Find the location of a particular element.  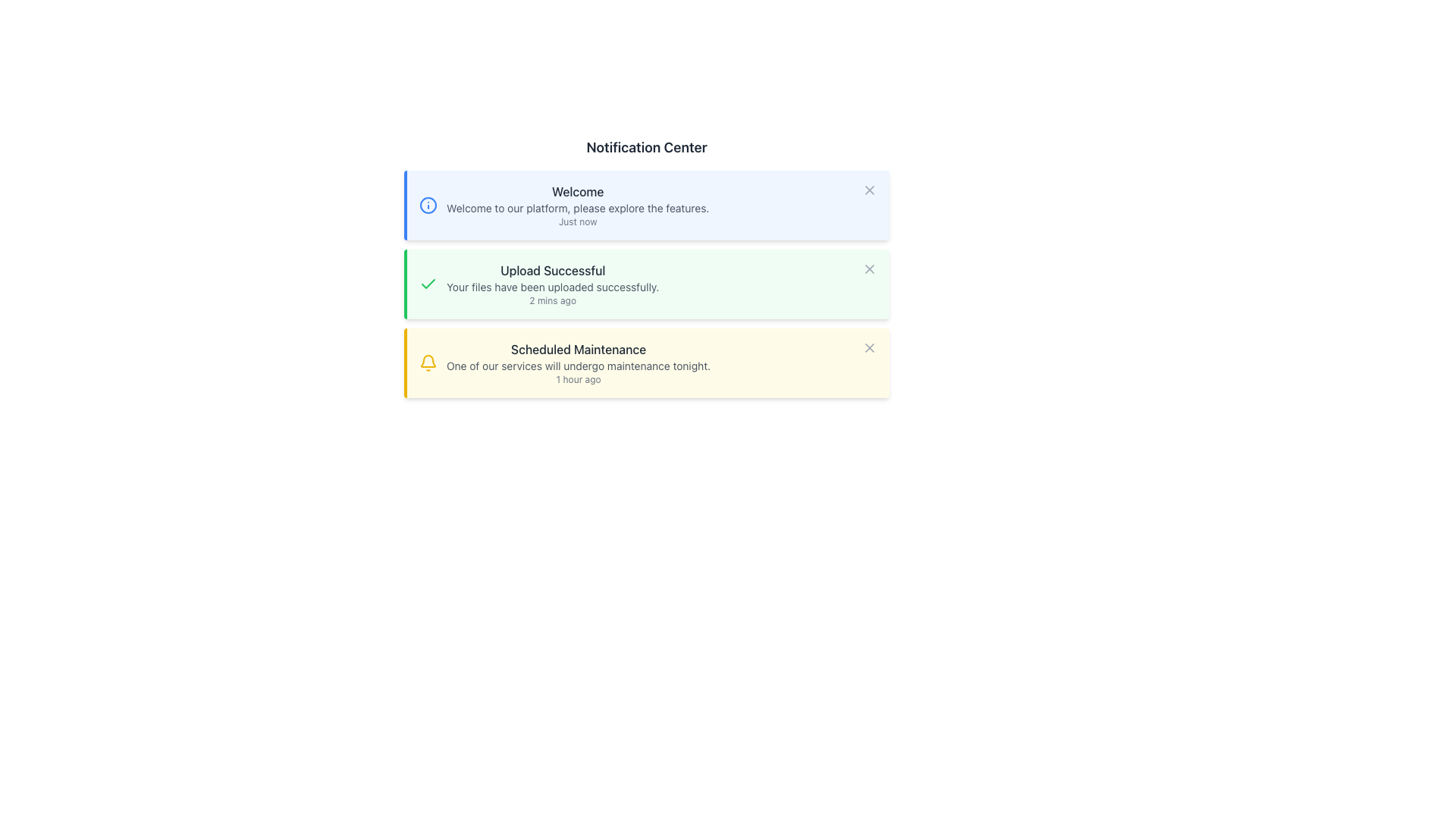

the text label that serves as the title for the notification about a successful upload event, located in the second notification message in the Notification Center is located at coordinates (552, 270).